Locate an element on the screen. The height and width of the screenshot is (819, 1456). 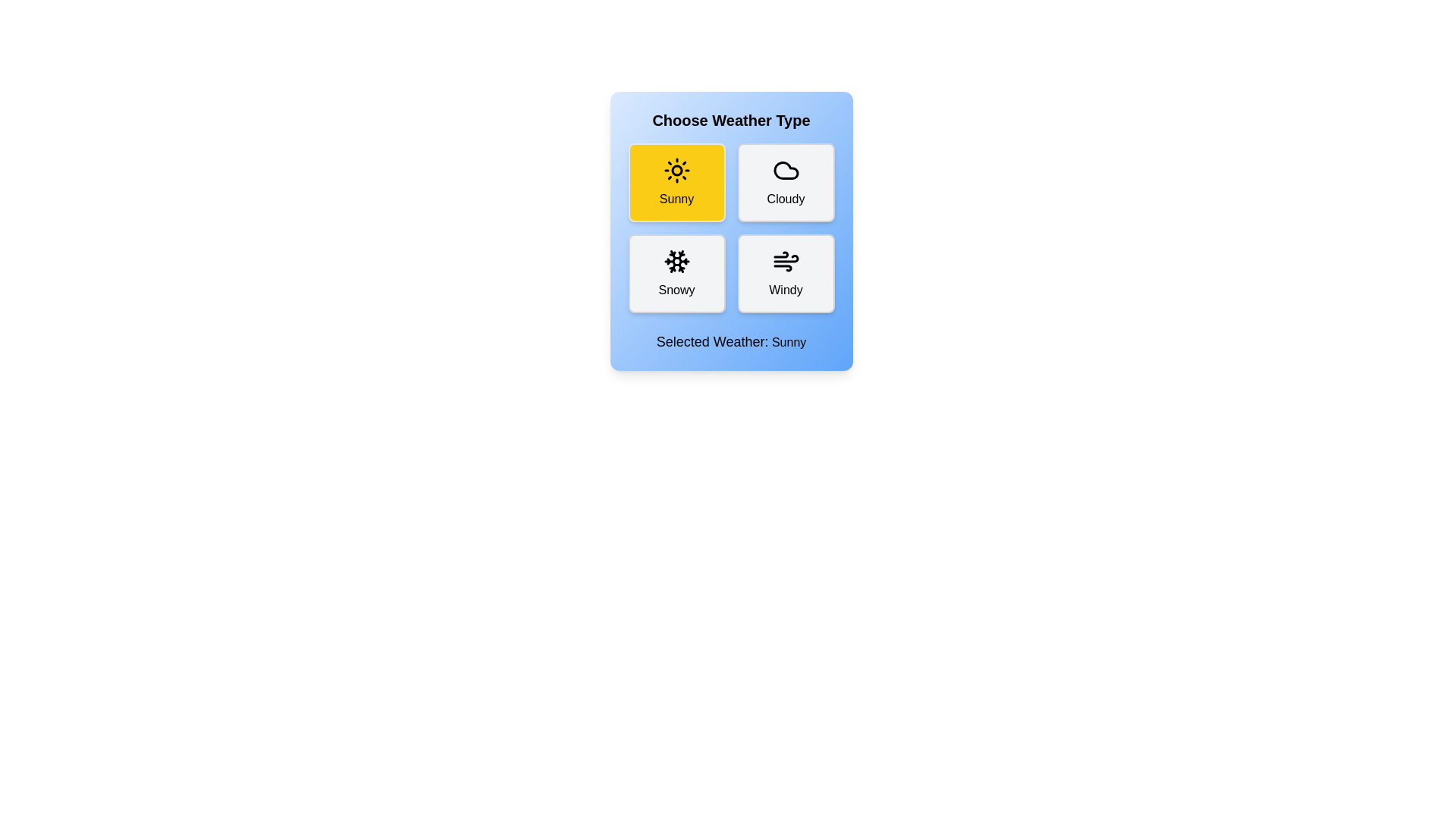
the button corresponding to the weather option Sunny is located at coordinates (676, 181).